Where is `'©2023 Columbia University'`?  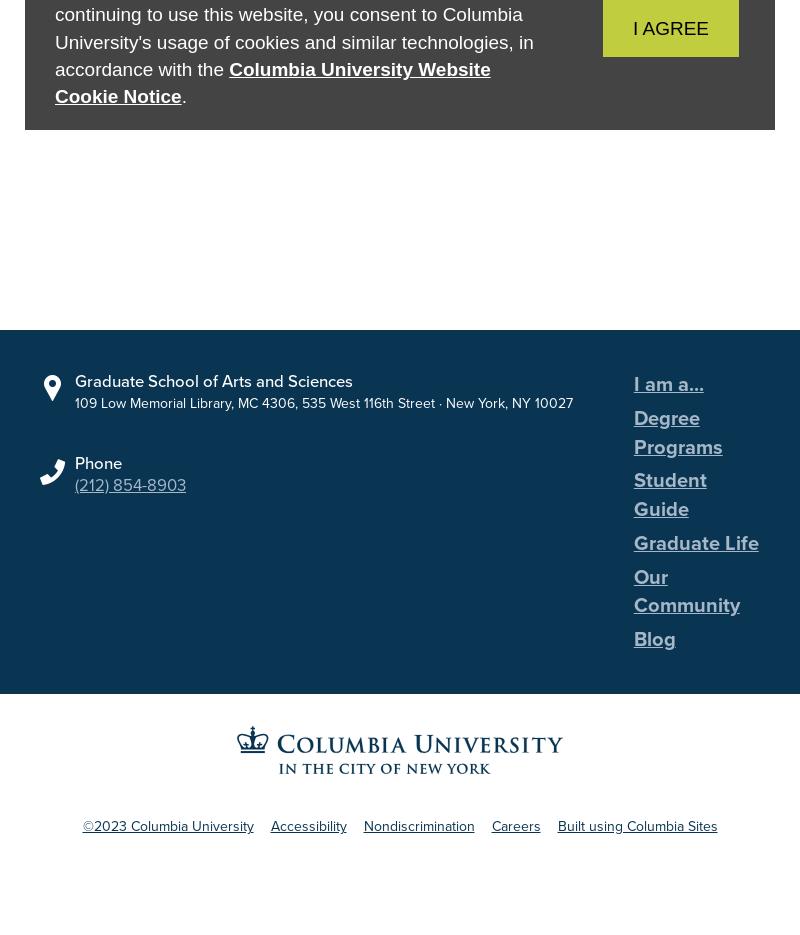 '©2023 Columbia University' is located at coordinates (82, 842).